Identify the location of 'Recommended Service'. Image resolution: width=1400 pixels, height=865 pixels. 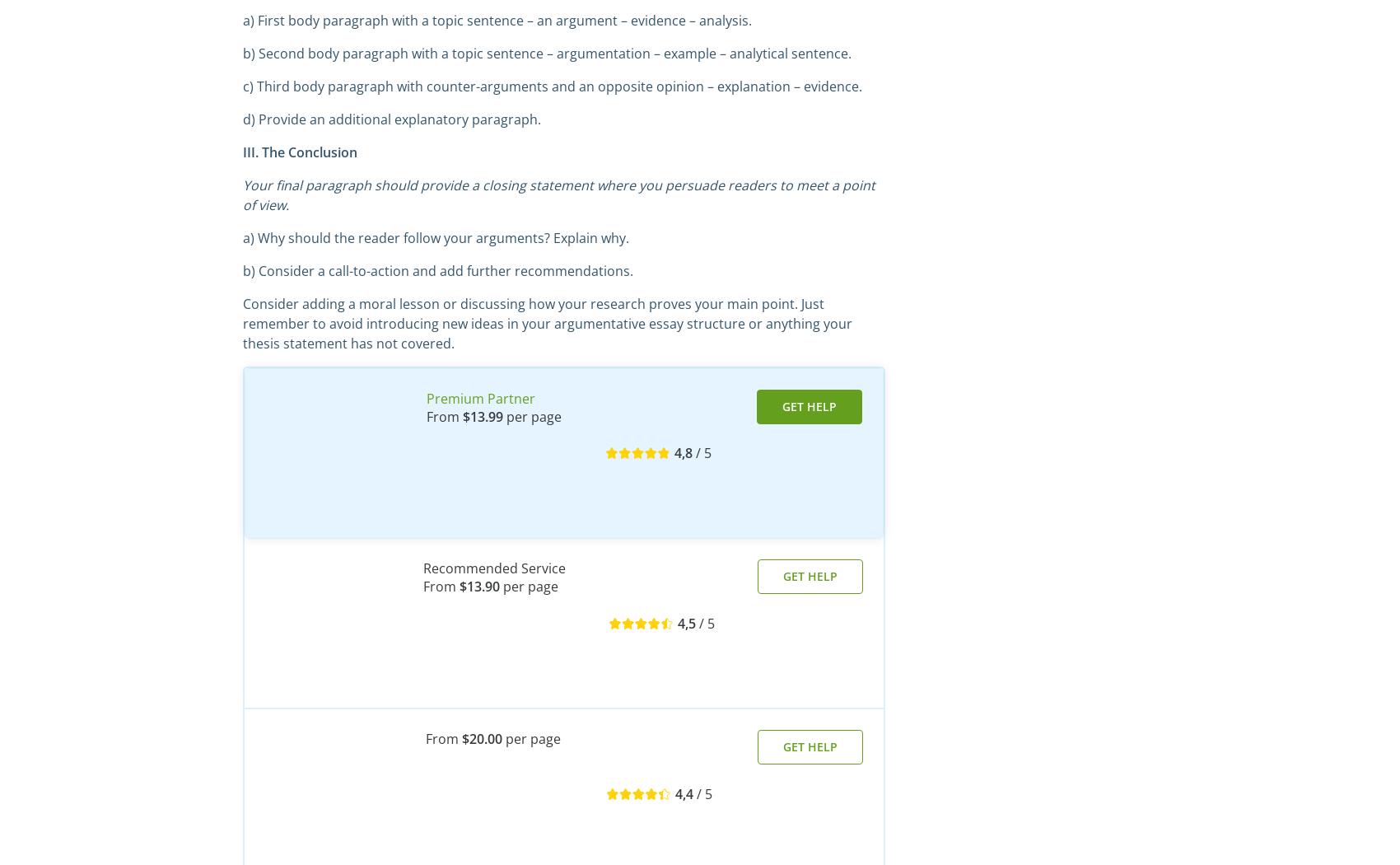
(493, 568).